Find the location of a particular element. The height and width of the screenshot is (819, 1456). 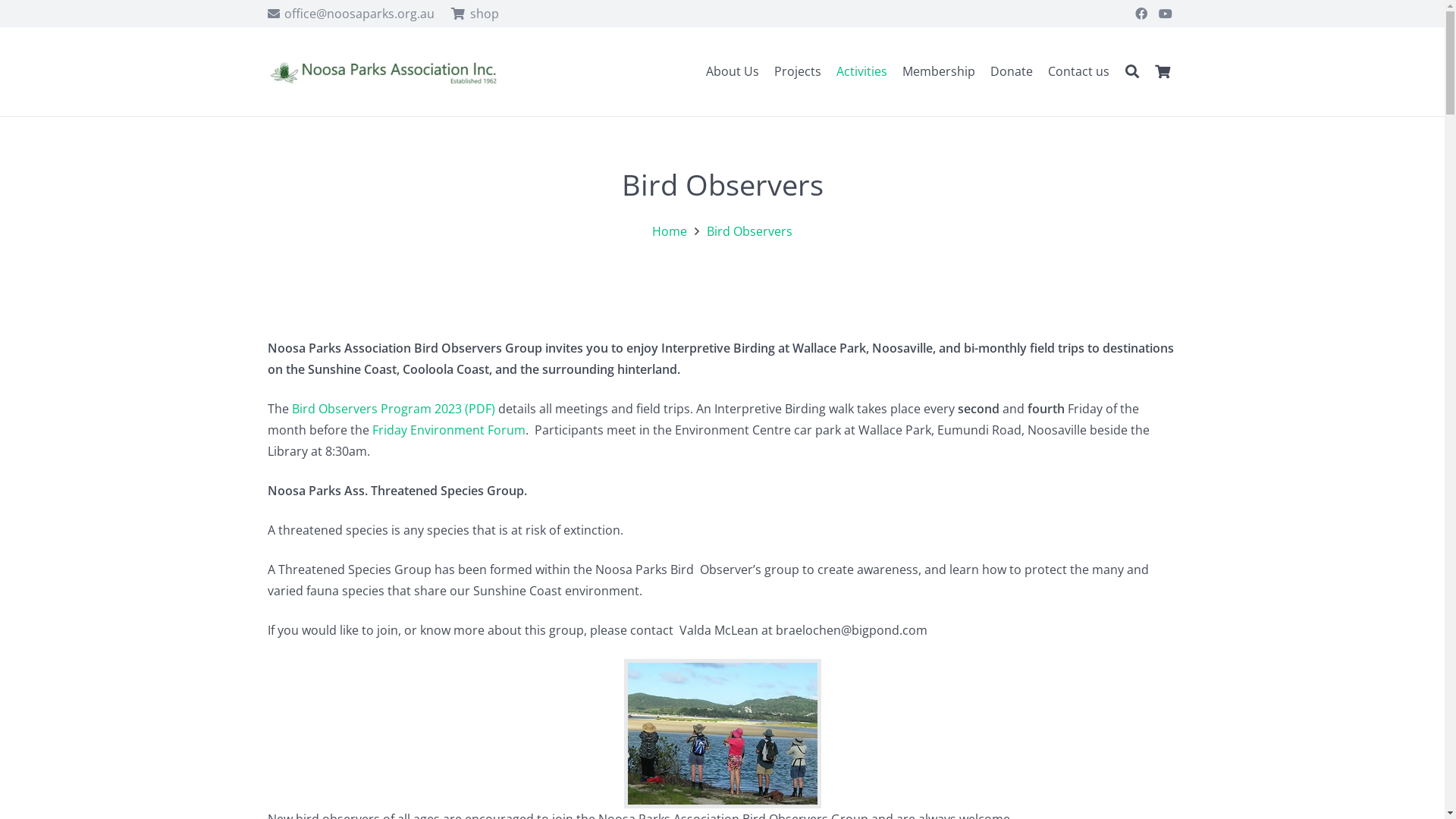

'Donate' is located at coordinates (1012, 71).